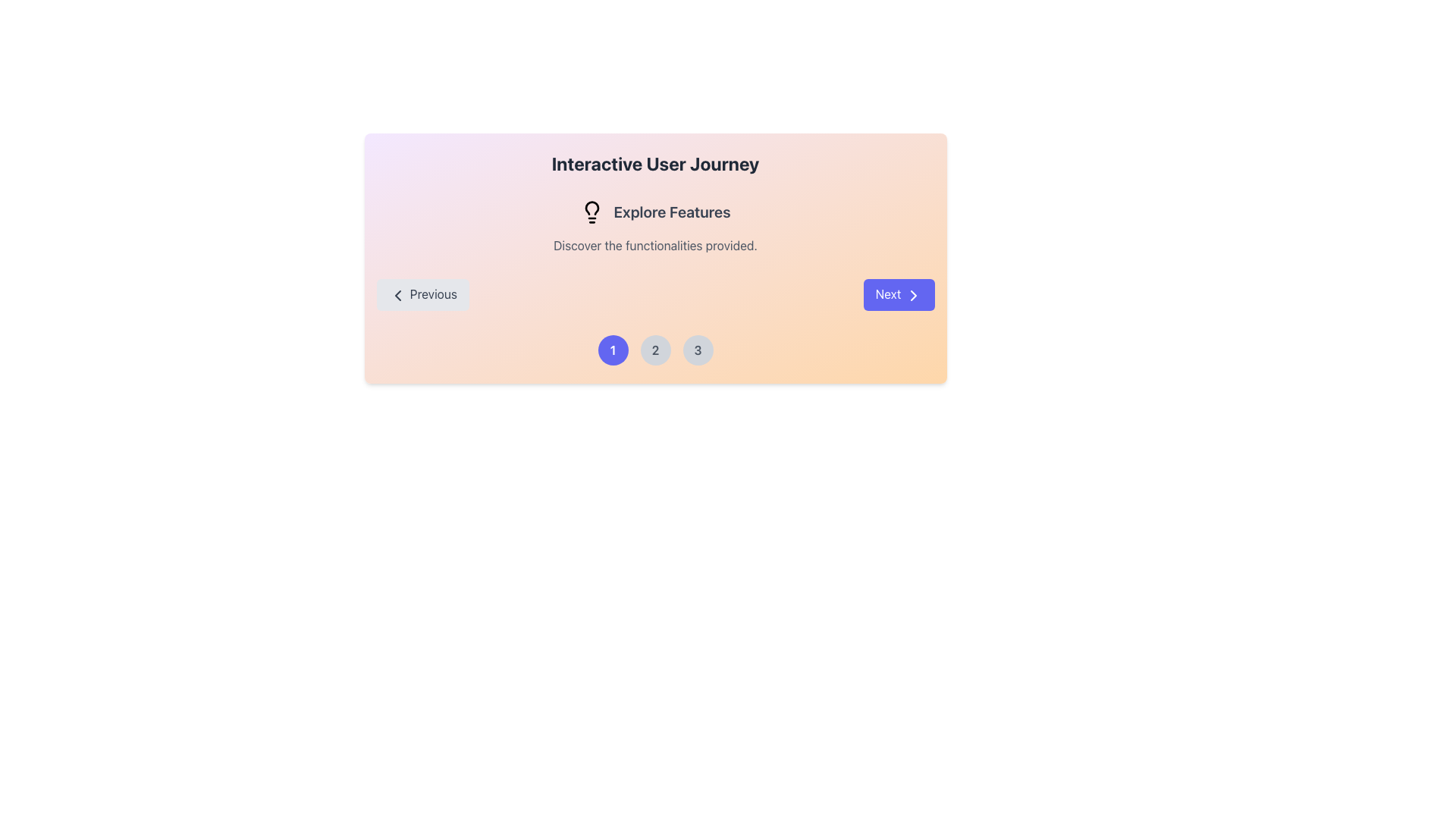  Describe the element at coordinates (613, 350) in the screenshot. I see `the circular button with a blue background and white numeral '1'` at that location.